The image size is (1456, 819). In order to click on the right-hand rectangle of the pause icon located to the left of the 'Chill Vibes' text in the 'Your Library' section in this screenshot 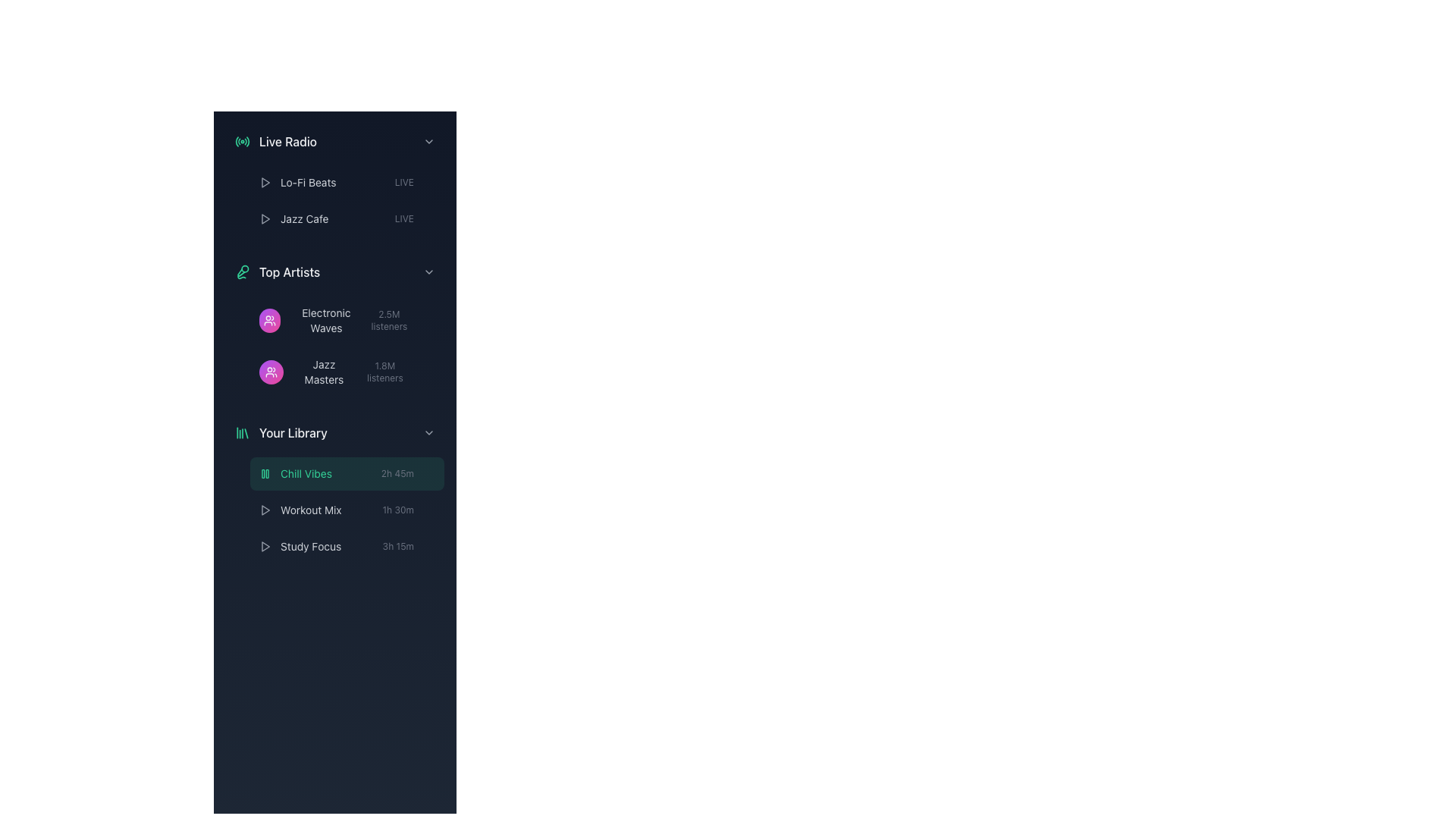, I will do `click(267, 472)`.